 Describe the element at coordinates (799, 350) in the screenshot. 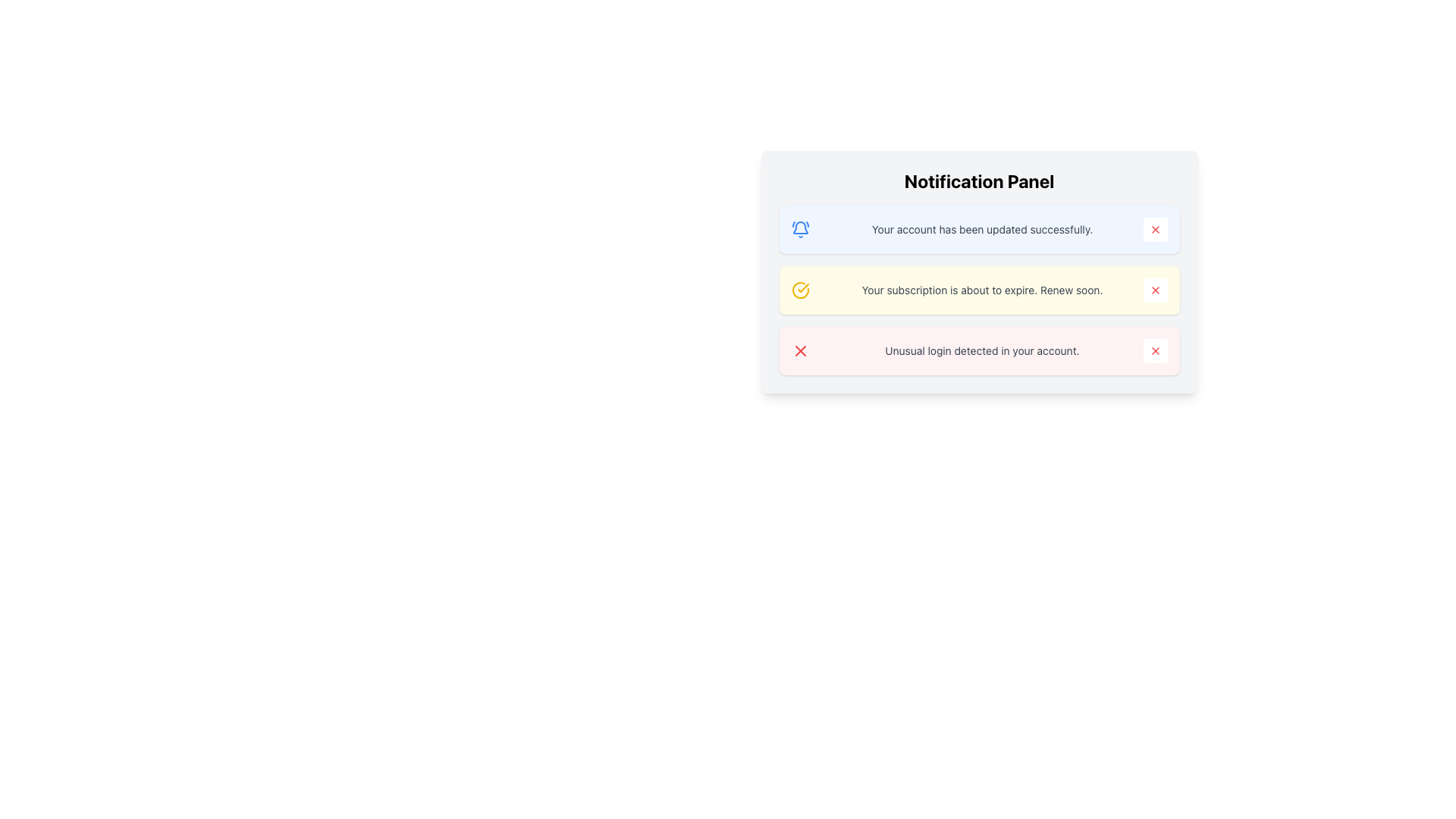

I see `the graphical close icon button located in the third row of the notification panel` at that location.